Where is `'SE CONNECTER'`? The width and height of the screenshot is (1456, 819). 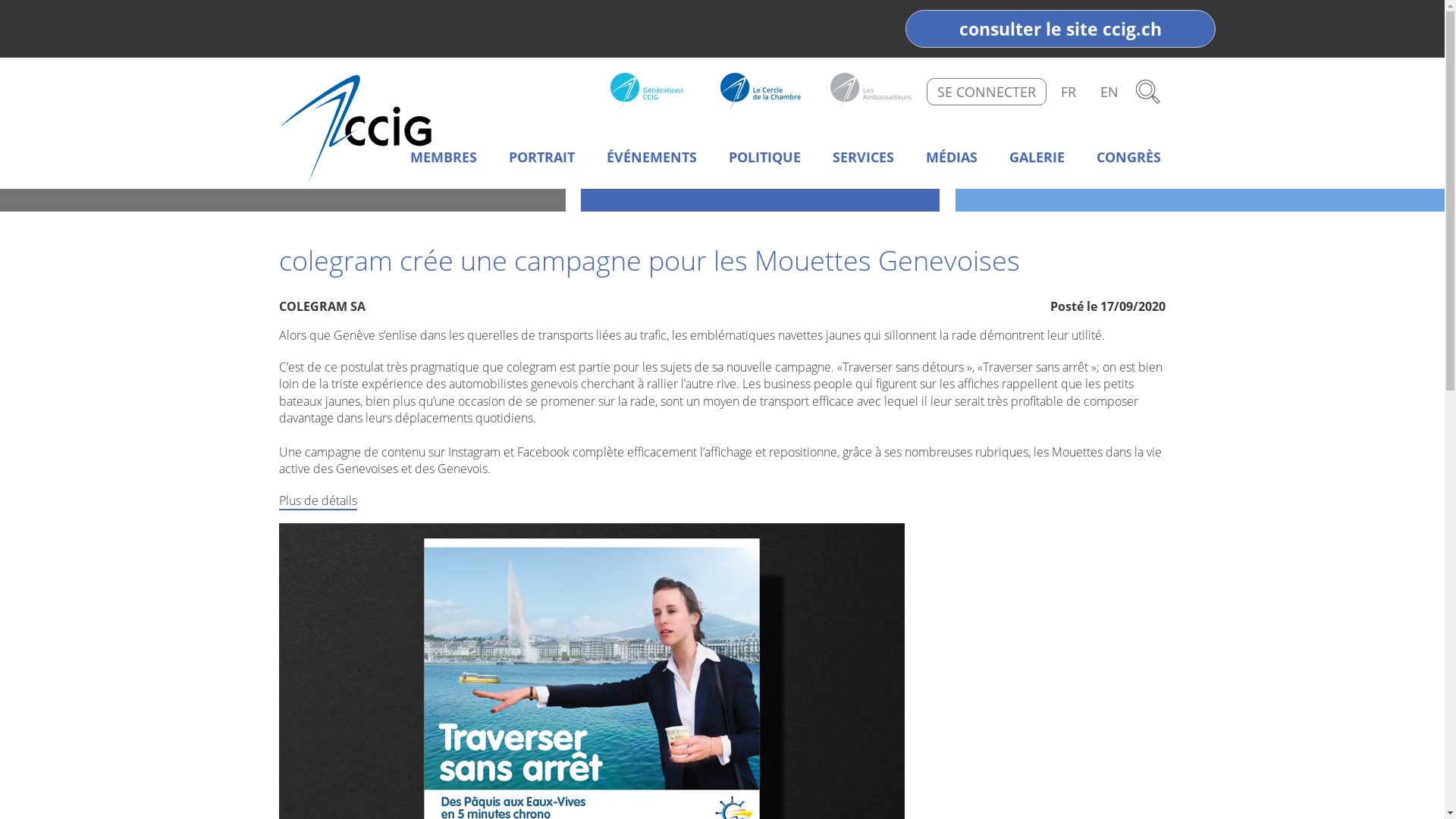
'SE CONNECTER' is located at coordinates (986, 91).